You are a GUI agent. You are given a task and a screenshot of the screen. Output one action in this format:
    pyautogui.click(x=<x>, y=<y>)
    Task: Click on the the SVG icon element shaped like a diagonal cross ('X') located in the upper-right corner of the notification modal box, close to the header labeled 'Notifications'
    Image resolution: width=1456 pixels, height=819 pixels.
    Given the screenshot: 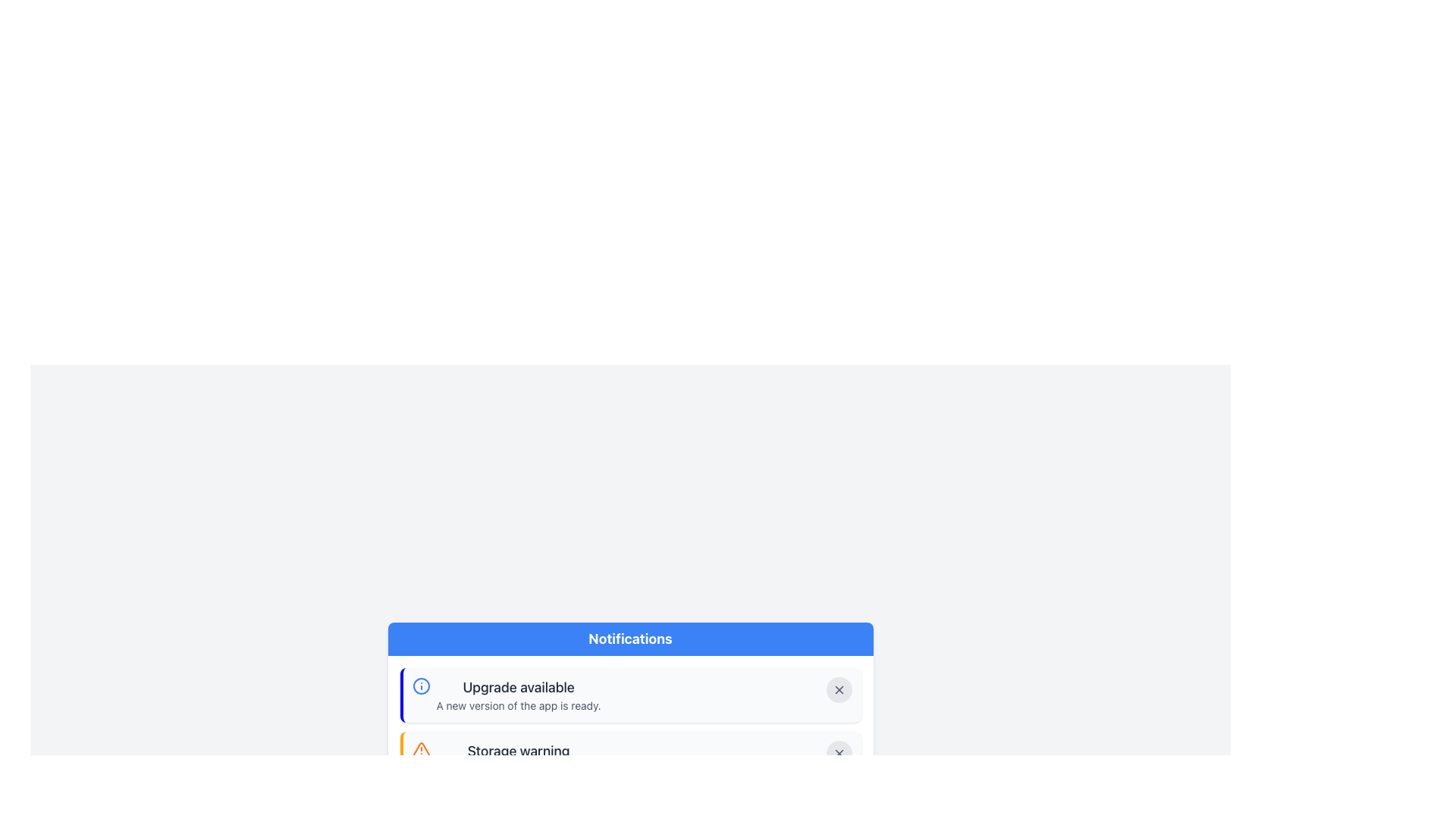 What is the action you would take?
    pyautogui.click(x=838, y=754)
    